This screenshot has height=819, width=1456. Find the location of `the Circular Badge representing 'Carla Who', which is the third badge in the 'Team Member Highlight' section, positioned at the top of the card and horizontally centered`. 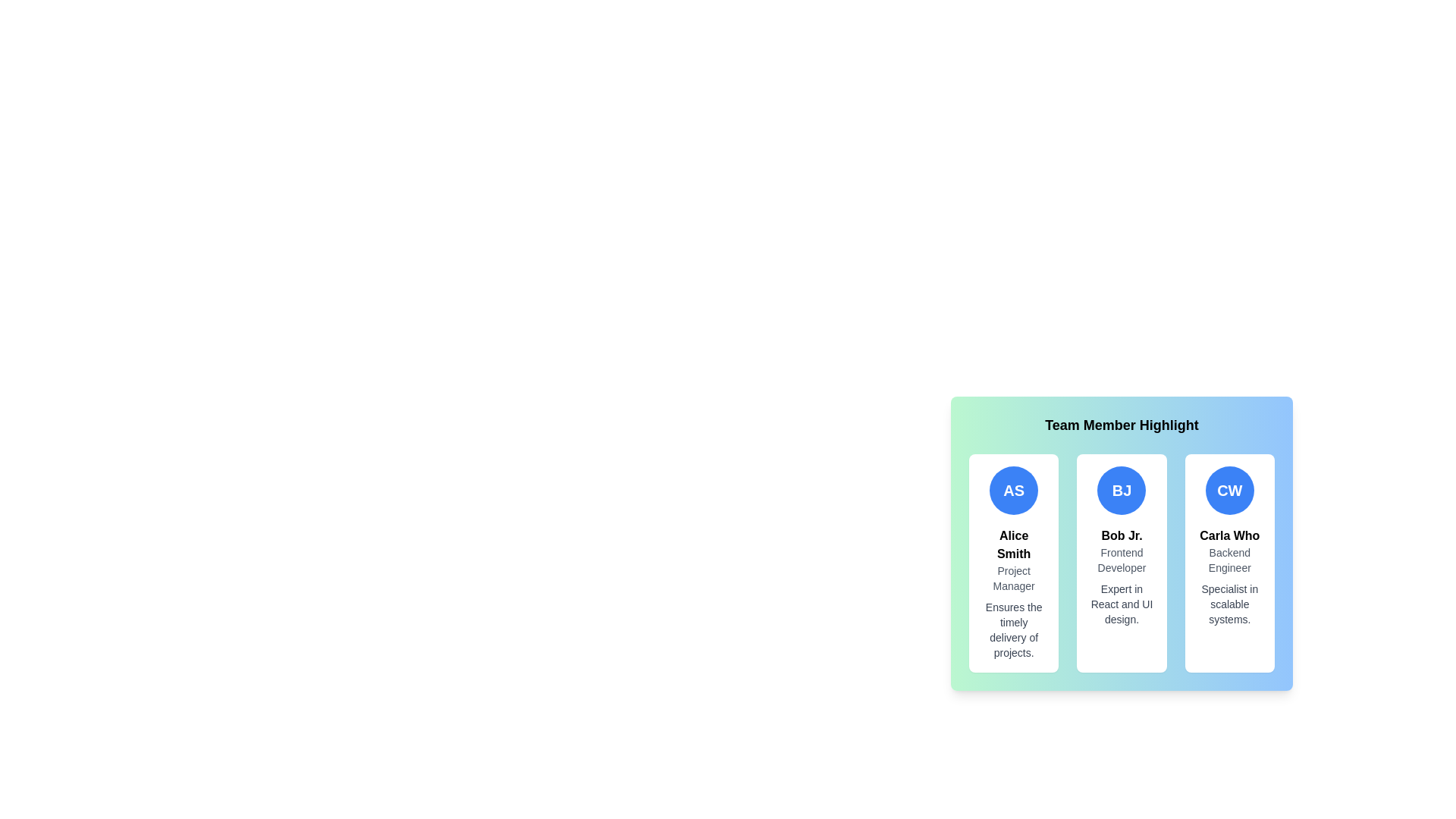

the Circular Badge representing 'Carla Who', which is the third badge in the 'Team Member Highlight' section, positioned at the top of the card and horizontally centered is located at coordinates (1229, 491).